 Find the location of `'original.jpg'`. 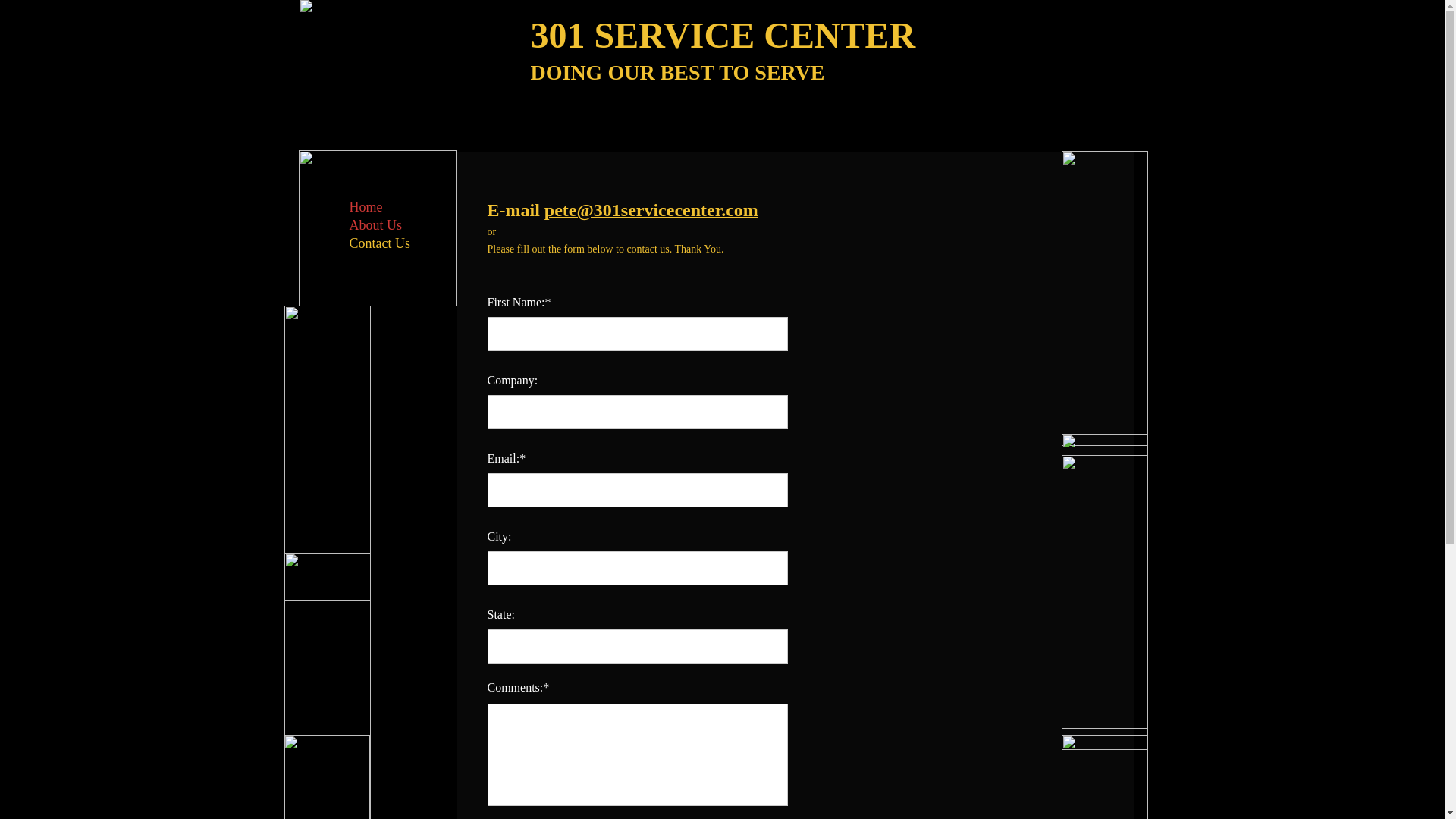

'original.jpg' is located at coordinates (1105, 601).